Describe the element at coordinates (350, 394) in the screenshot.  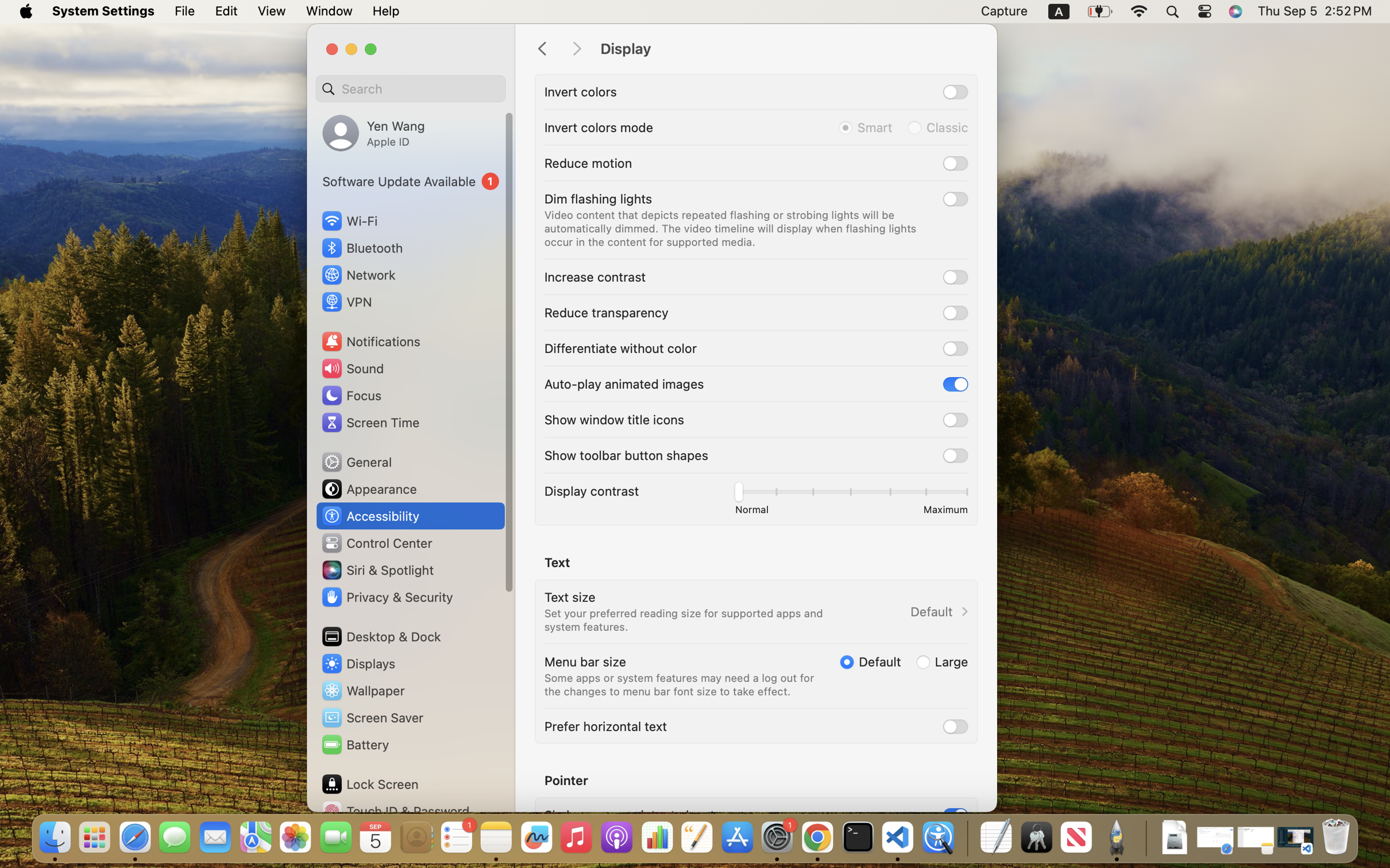
I see `'Focus'` at that location.